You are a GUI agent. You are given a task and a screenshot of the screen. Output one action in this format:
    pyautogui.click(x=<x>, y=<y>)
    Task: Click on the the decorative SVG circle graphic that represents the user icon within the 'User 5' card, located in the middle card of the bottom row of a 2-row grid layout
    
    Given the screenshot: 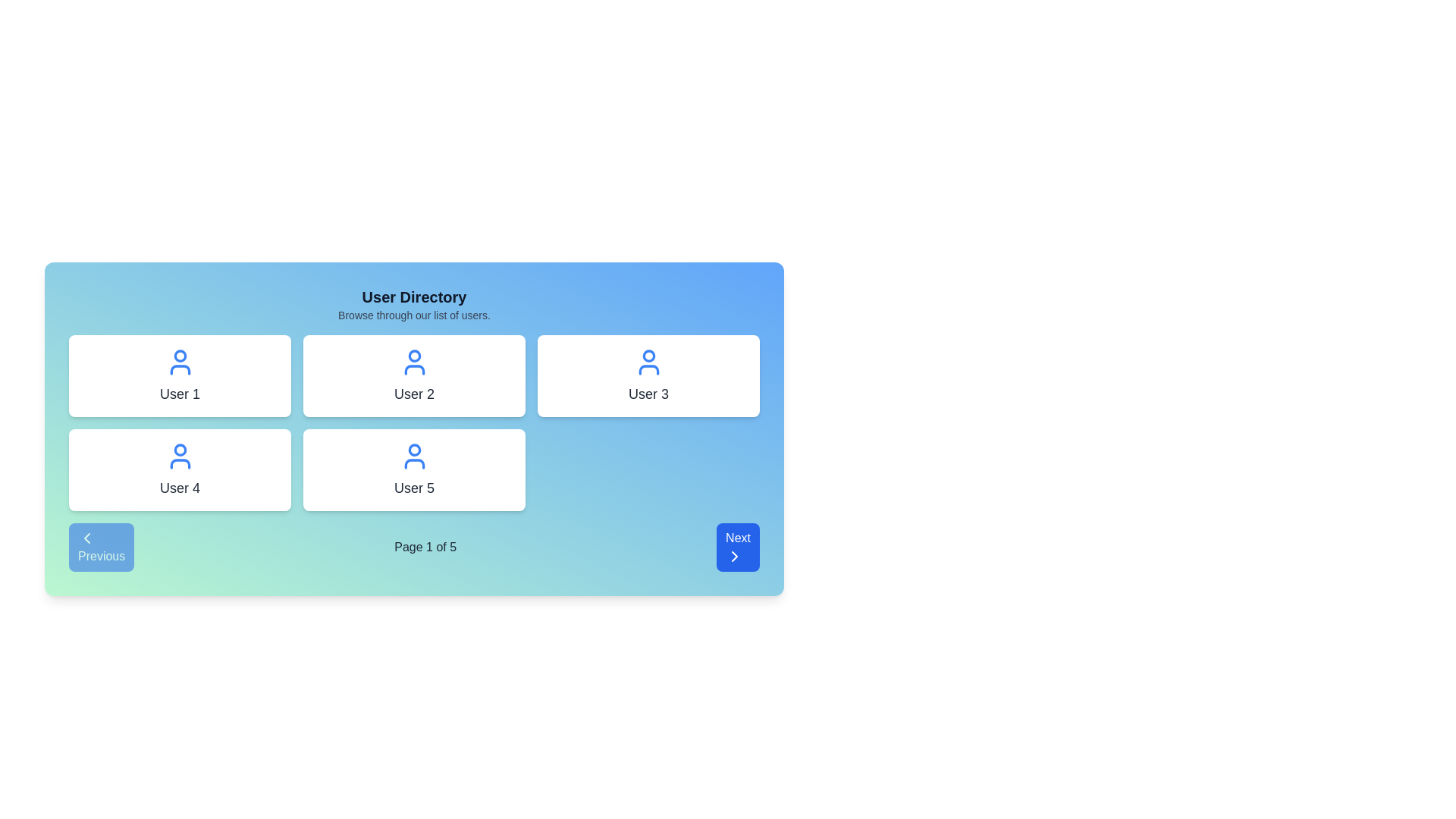 What is the action you would take?
    pyautogui.click(x=414, y=449)
    